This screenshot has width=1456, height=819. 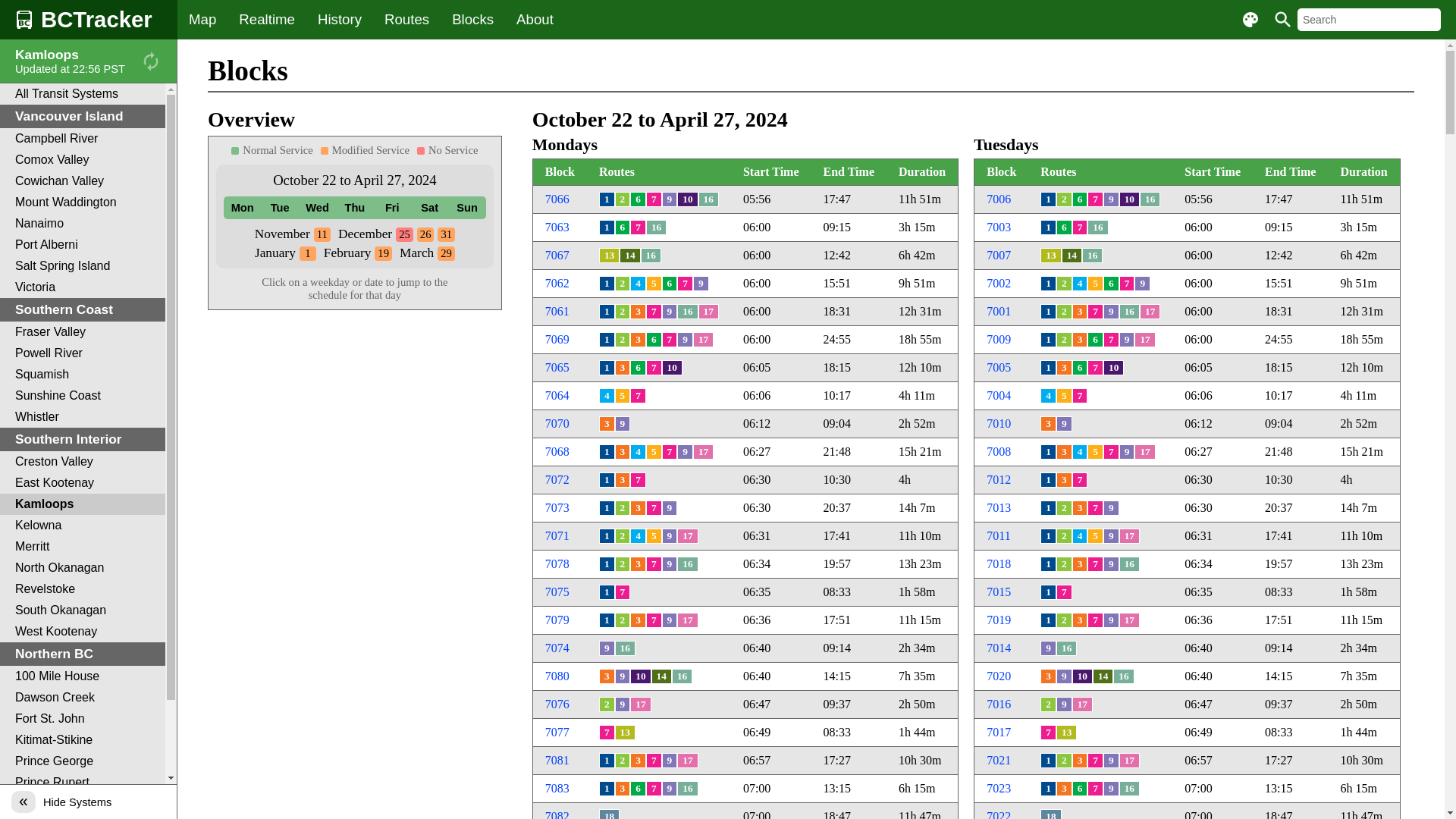 What do you see at coordinates (998, 787) in the screenshot?
I see `'7023'` at bounding box center [998, 787].